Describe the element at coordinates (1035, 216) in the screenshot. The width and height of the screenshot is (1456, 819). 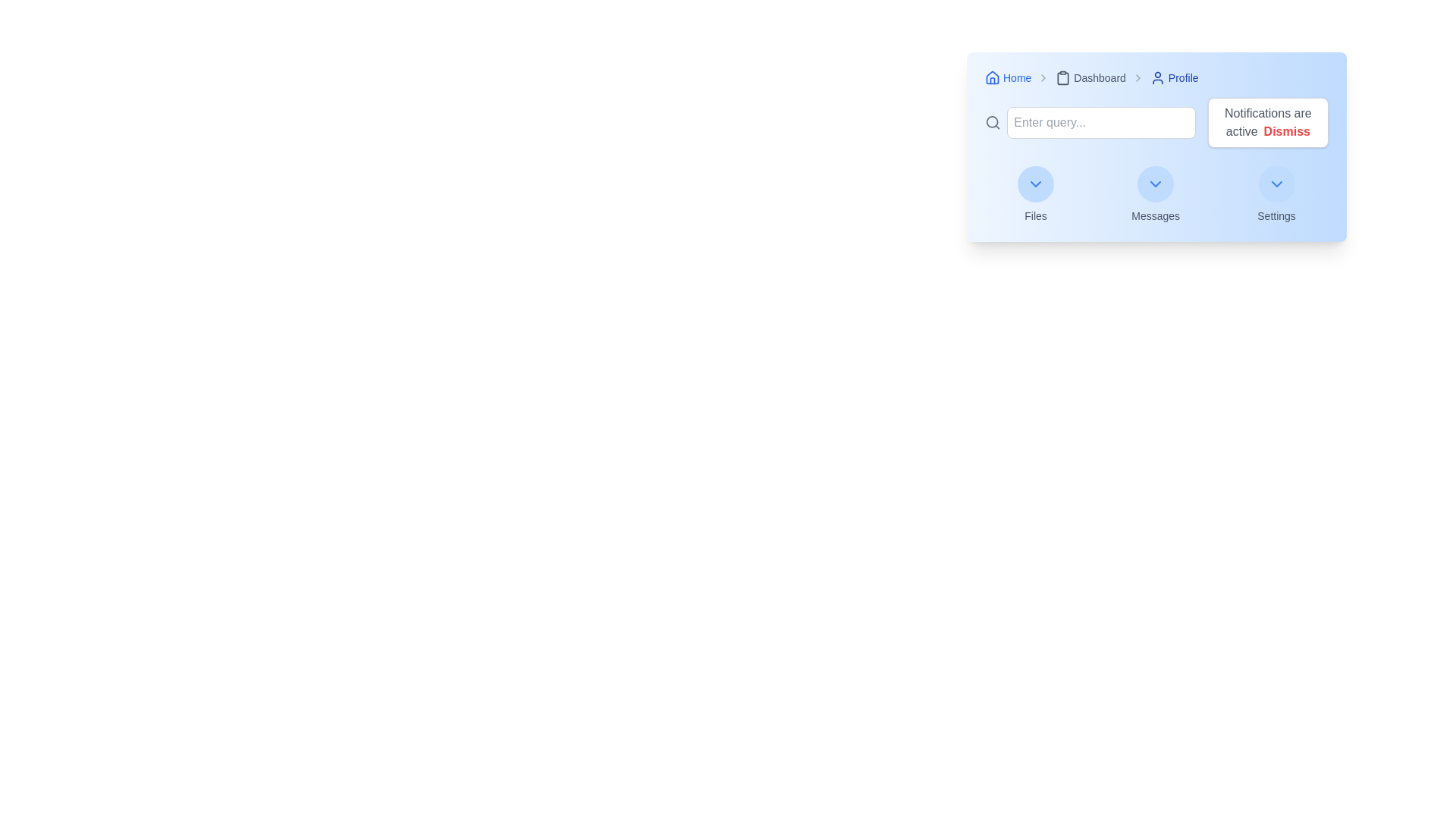
I see `the text label indicating 'Files', which is positioned below the associated icon in the user control panel` at that location.